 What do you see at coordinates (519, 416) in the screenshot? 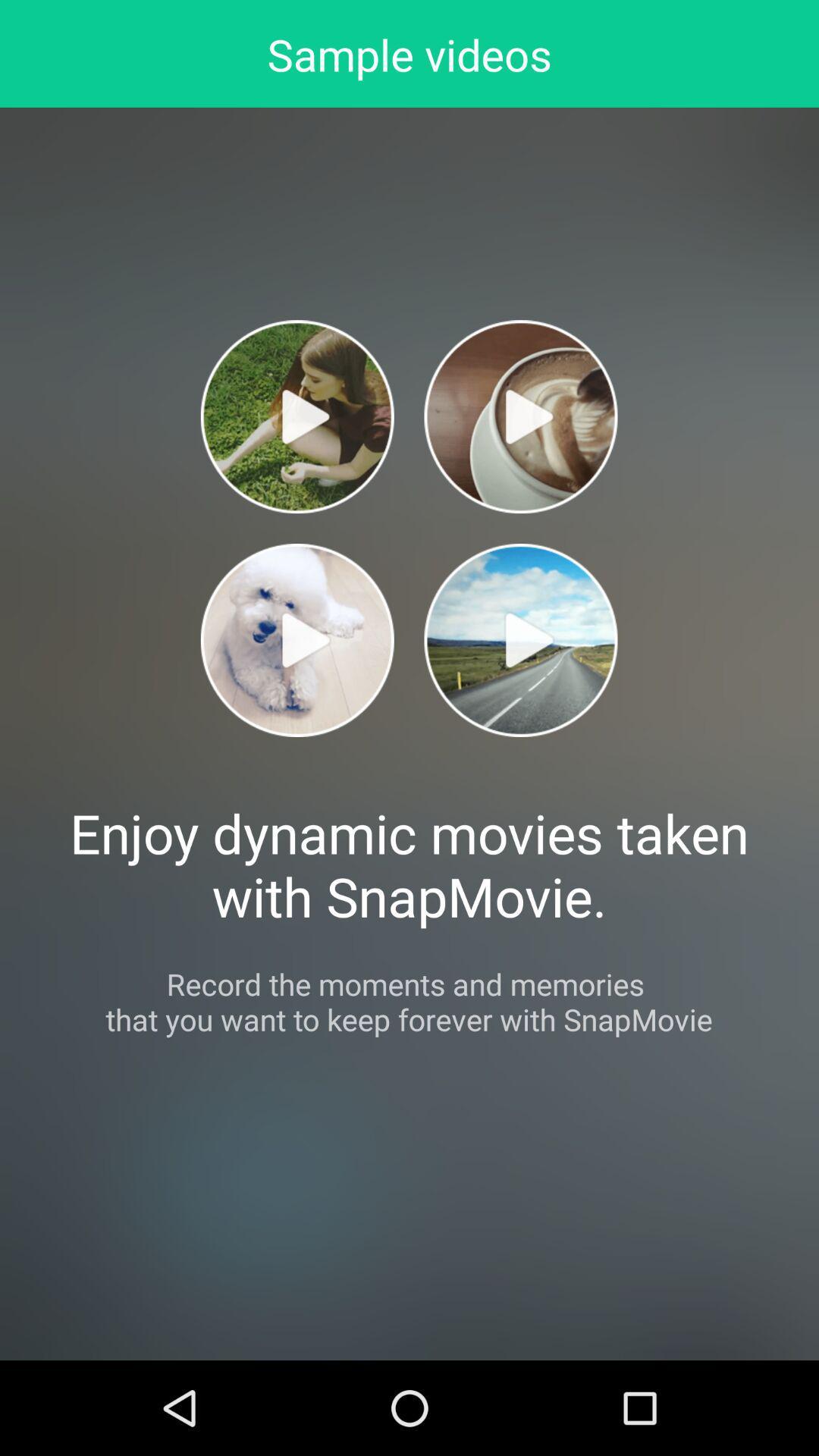
I see `video` at bounding box center [519, 416].